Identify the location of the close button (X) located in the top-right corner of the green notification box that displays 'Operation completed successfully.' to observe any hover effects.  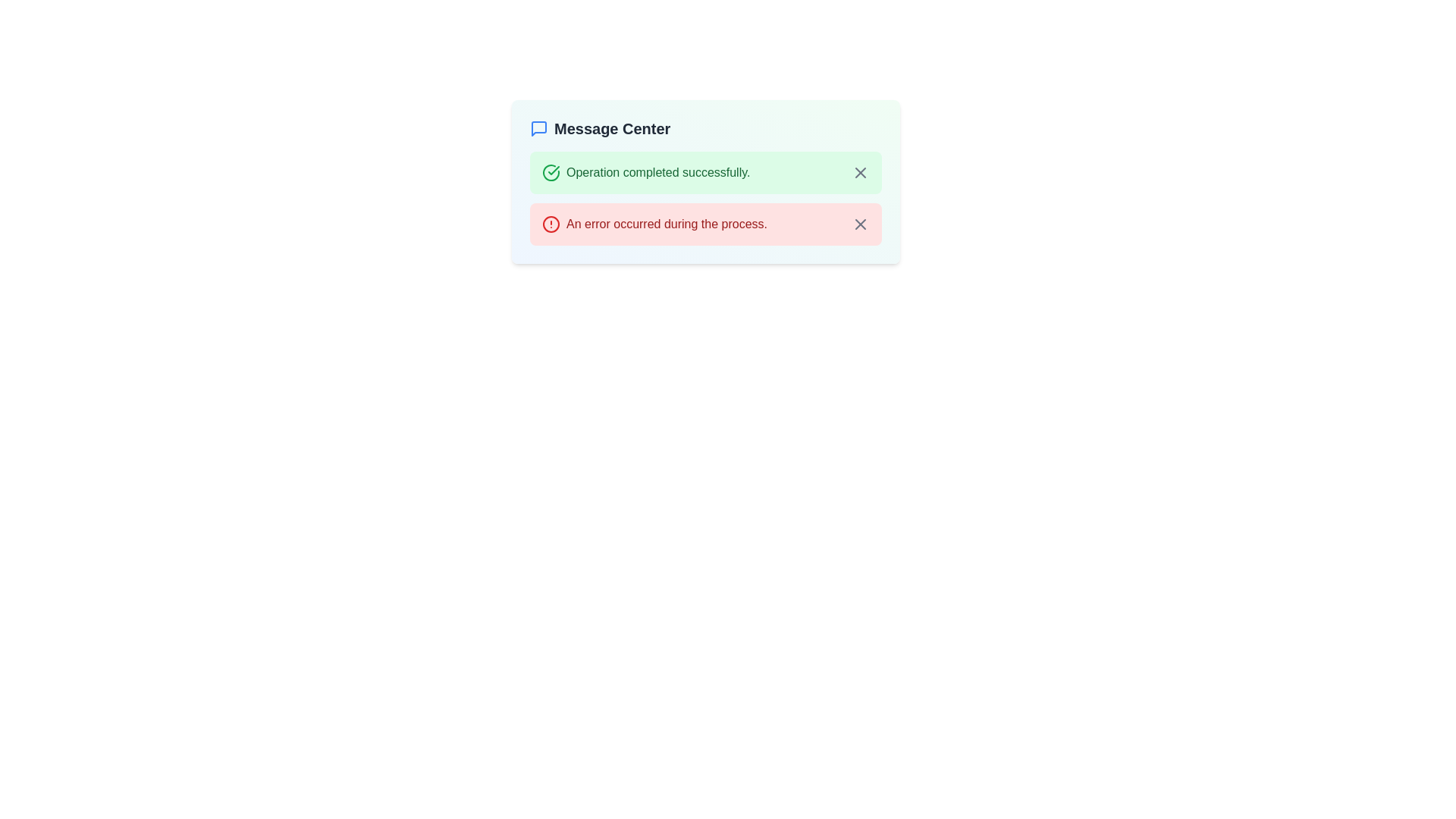
(860, 171).